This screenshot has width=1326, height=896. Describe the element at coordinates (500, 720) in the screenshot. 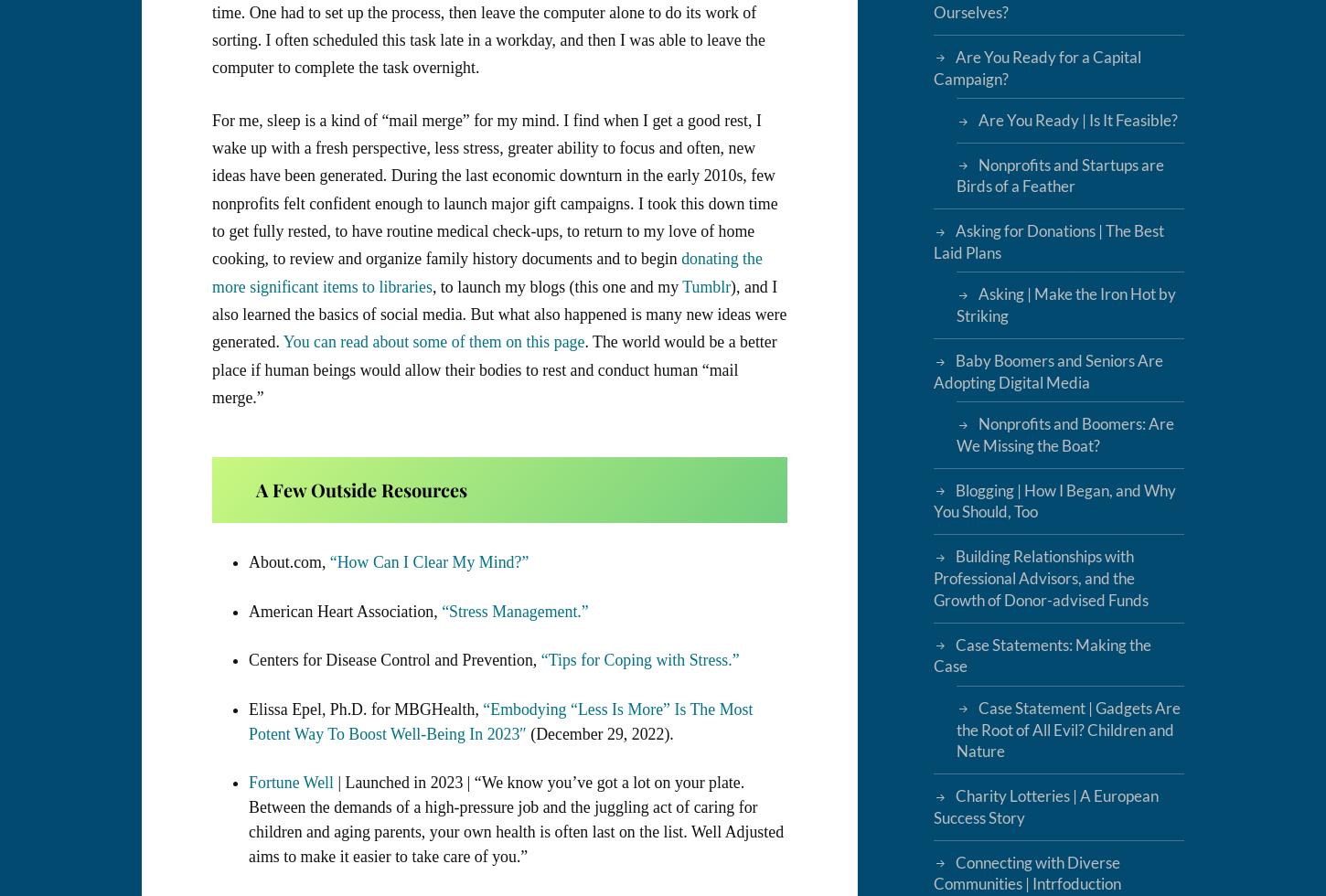

I see `'“Embodying “Less Is More” Is The Most Potent Way To Boost Well-Being In 2023″'` at that location.